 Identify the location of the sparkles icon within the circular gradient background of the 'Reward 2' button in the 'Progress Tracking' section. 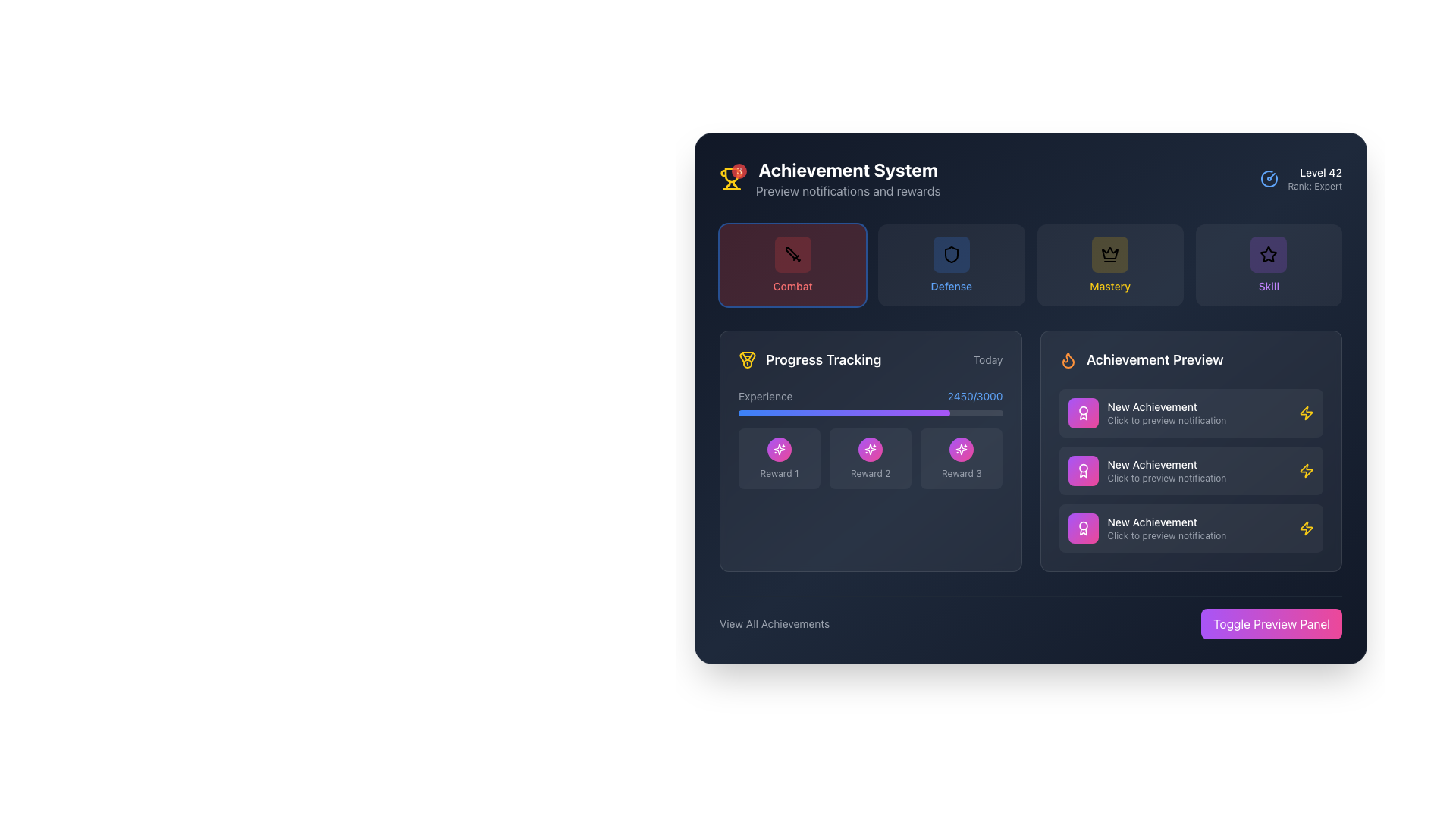
(871, 449).